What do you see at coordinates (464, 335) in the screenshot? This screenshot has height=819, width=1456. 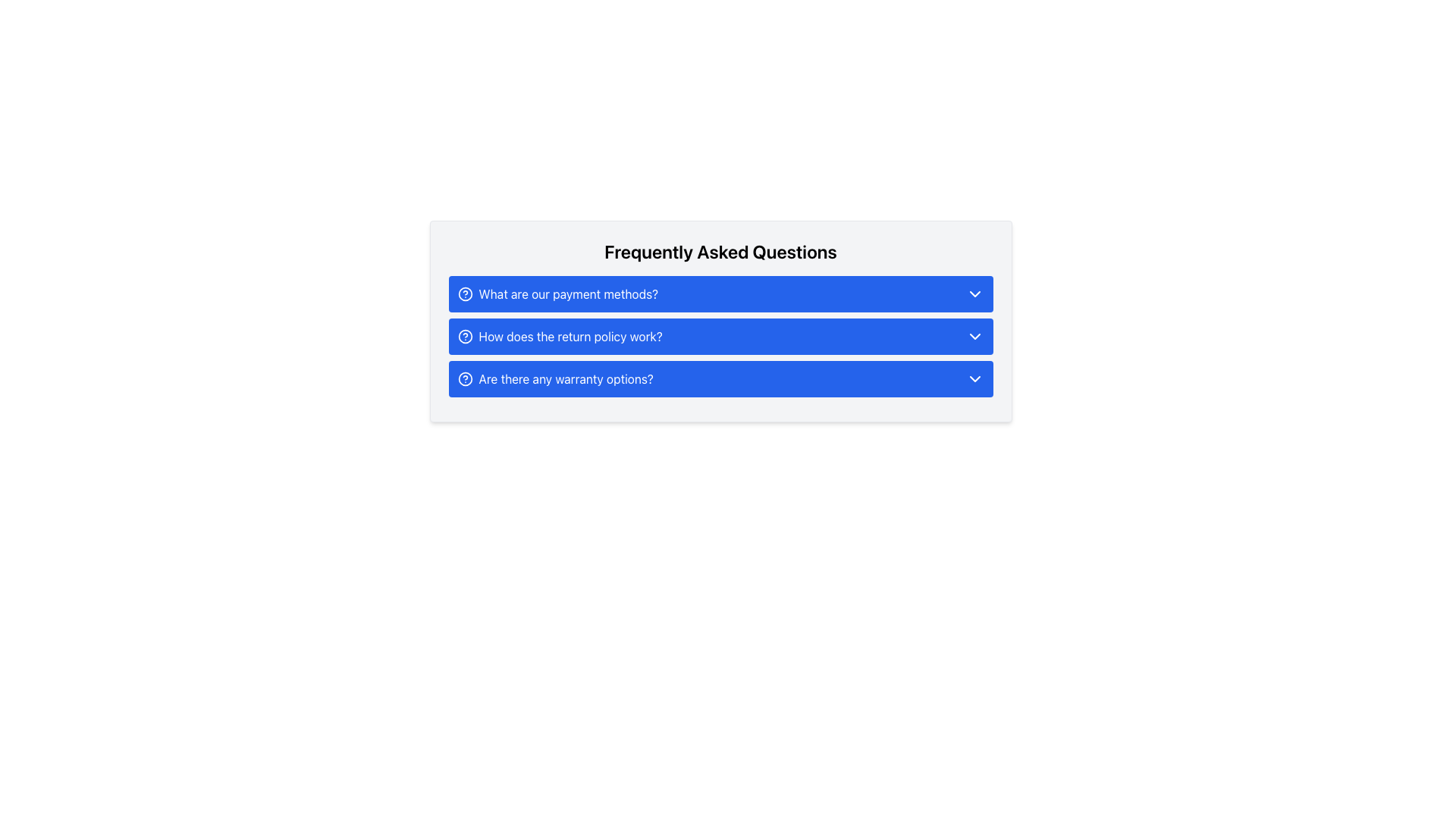 I see `the circular inner part of the help icon located in the second item of the FAQ section, which has a dark blue border and a predominantly white inner area` at bounding box center [464, 335].